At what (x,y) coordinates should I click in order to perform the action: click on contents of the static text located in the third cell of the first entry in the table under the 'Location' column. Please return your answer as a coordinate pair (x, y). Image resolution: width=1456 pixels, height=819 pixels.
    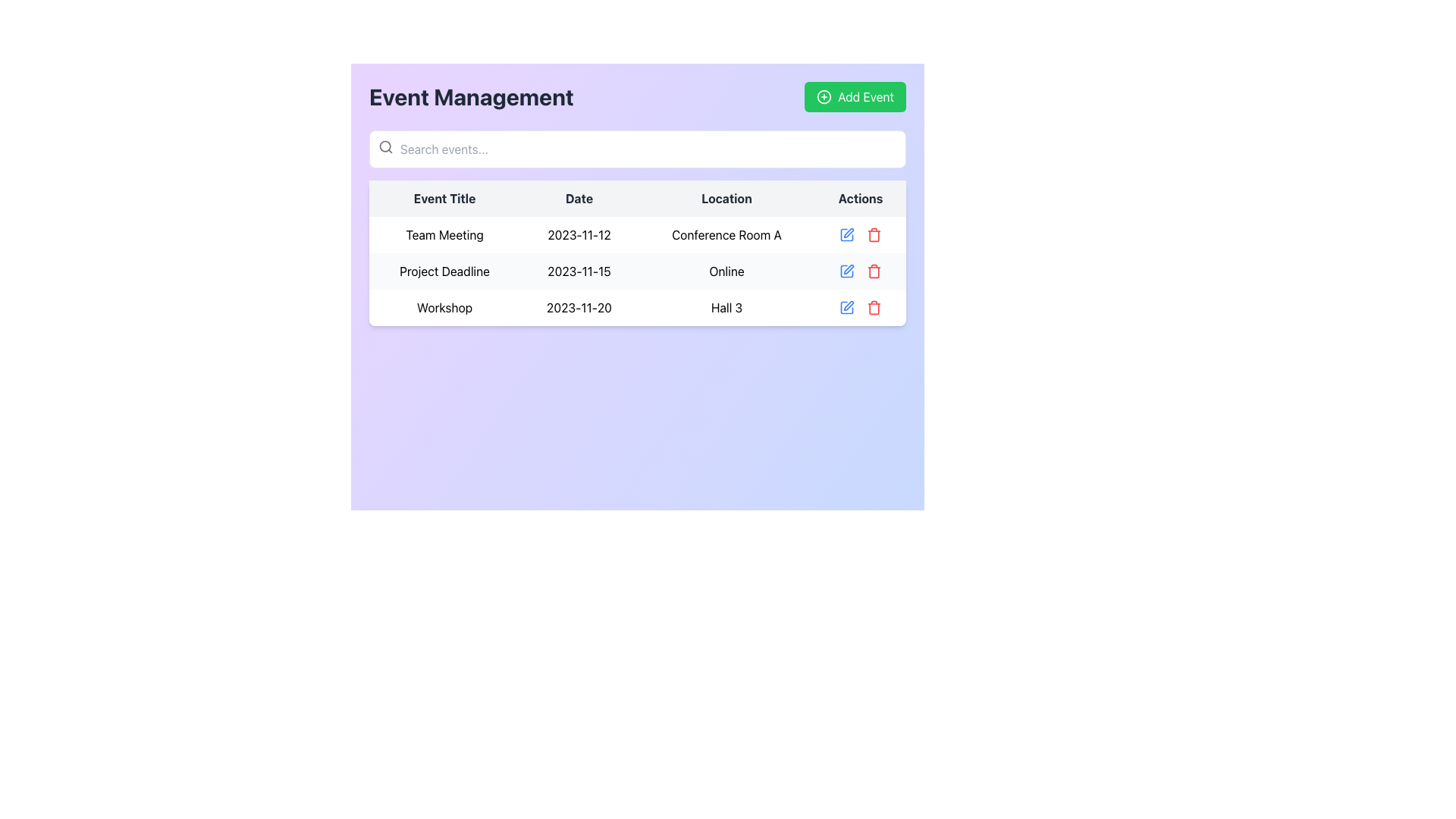
    Looking at the image, I should click on (726, 234).